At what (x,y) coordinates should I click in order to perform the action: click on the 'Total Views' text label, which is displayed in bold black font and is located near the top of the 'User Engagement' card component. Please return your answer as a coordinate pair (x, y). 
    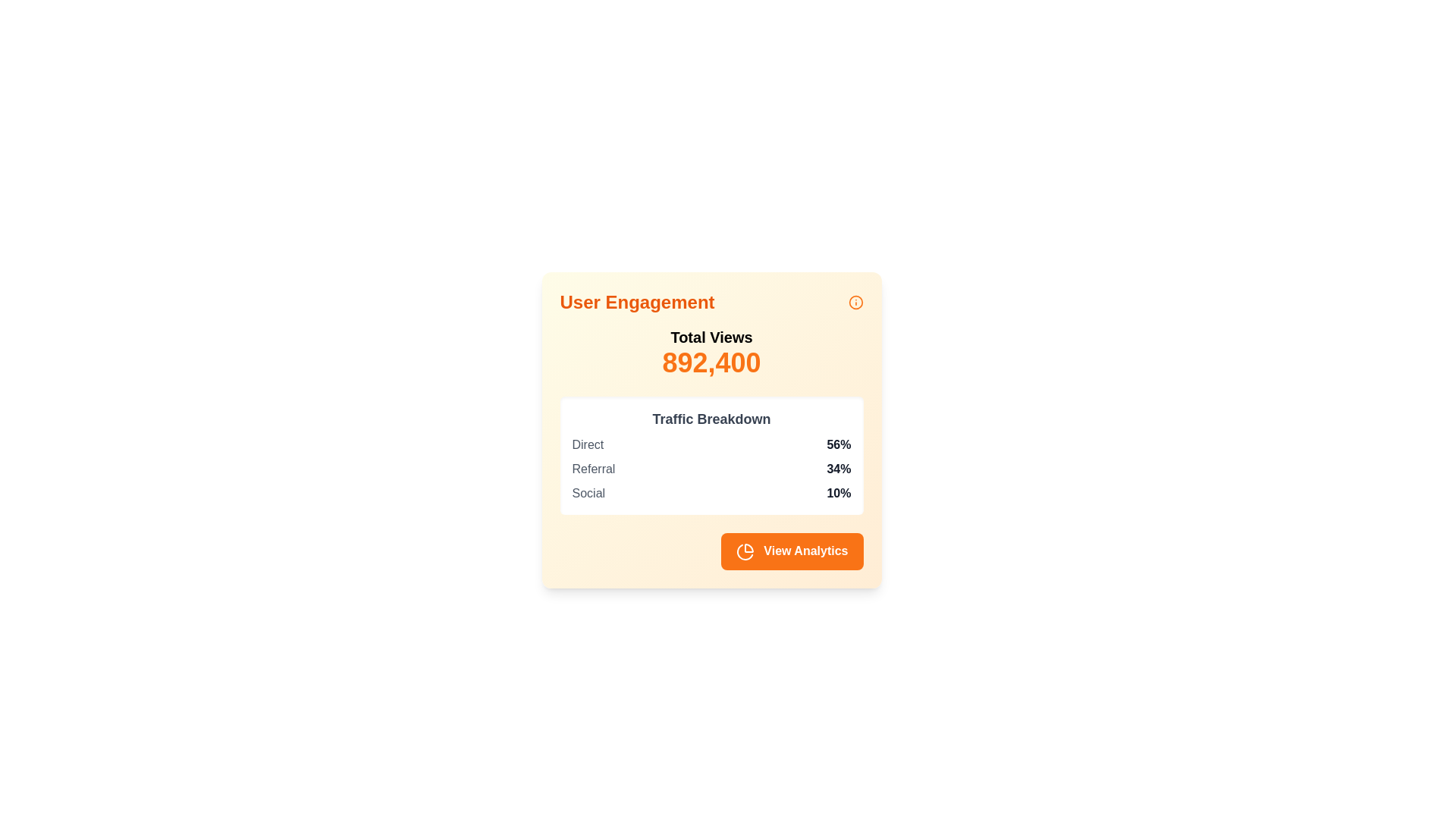
    Looking at the image, I should click on (711, 336).